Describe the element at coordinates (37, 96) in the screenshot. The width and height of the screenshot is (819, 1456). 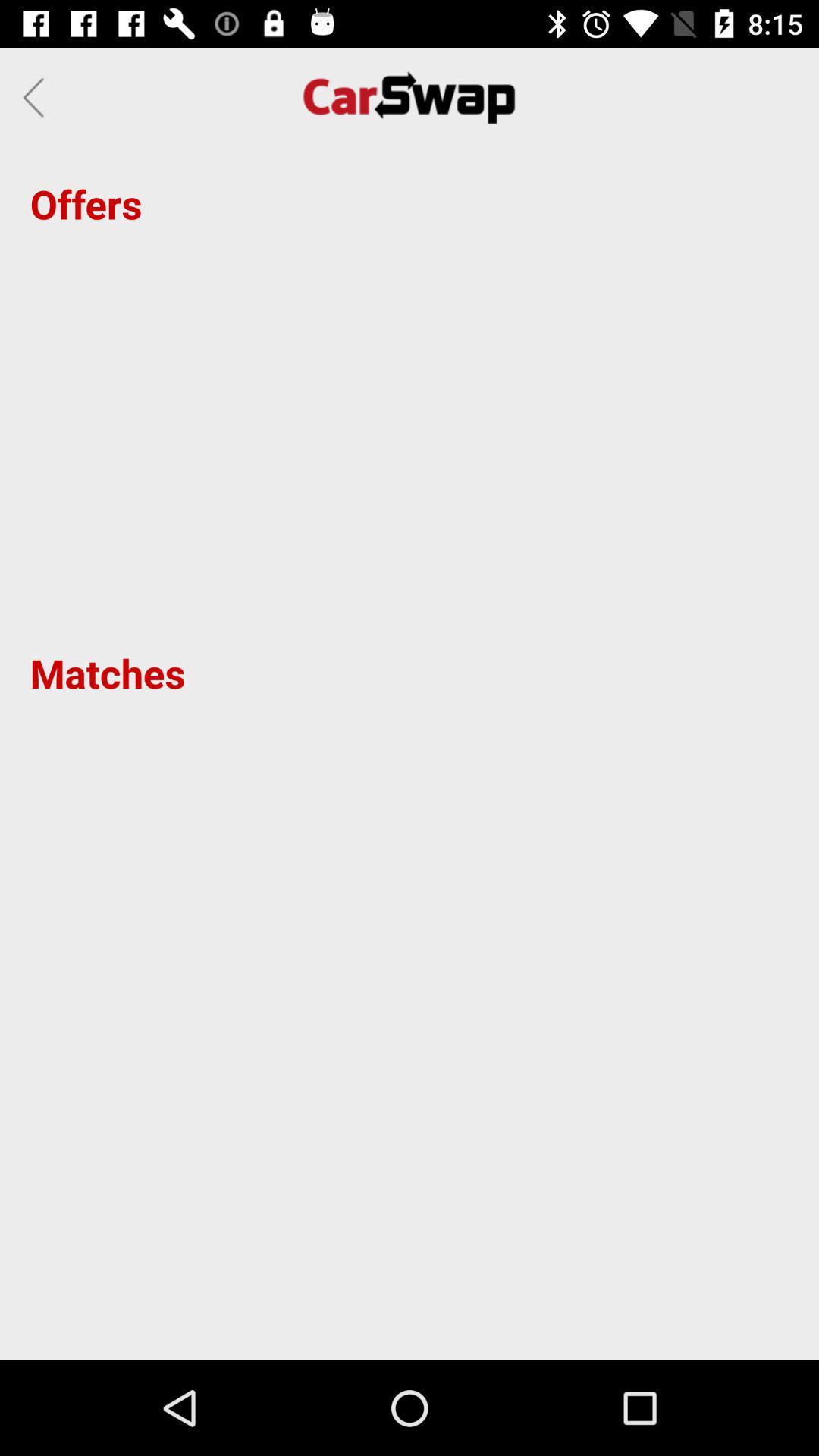
I see `the arrow_backward icon` at that location.